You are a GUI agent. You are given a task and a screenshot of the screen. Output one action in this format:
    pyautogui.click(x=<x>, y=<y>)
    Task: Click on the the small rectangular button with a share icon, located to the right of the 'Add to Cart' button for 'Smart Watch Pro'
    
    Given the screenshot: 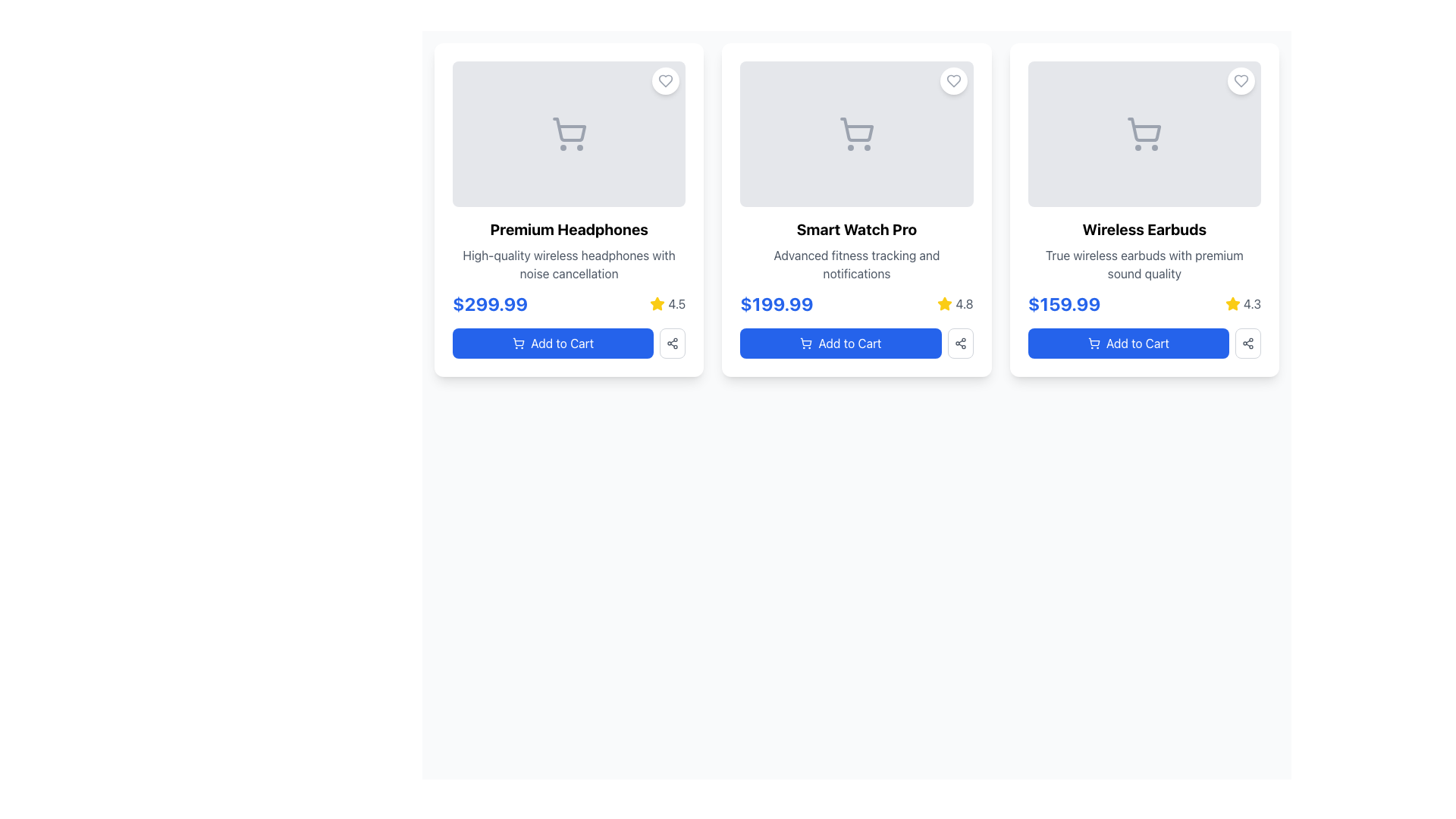 What is the action you would take?
    pyautogui.click(x=959, y=343)
    